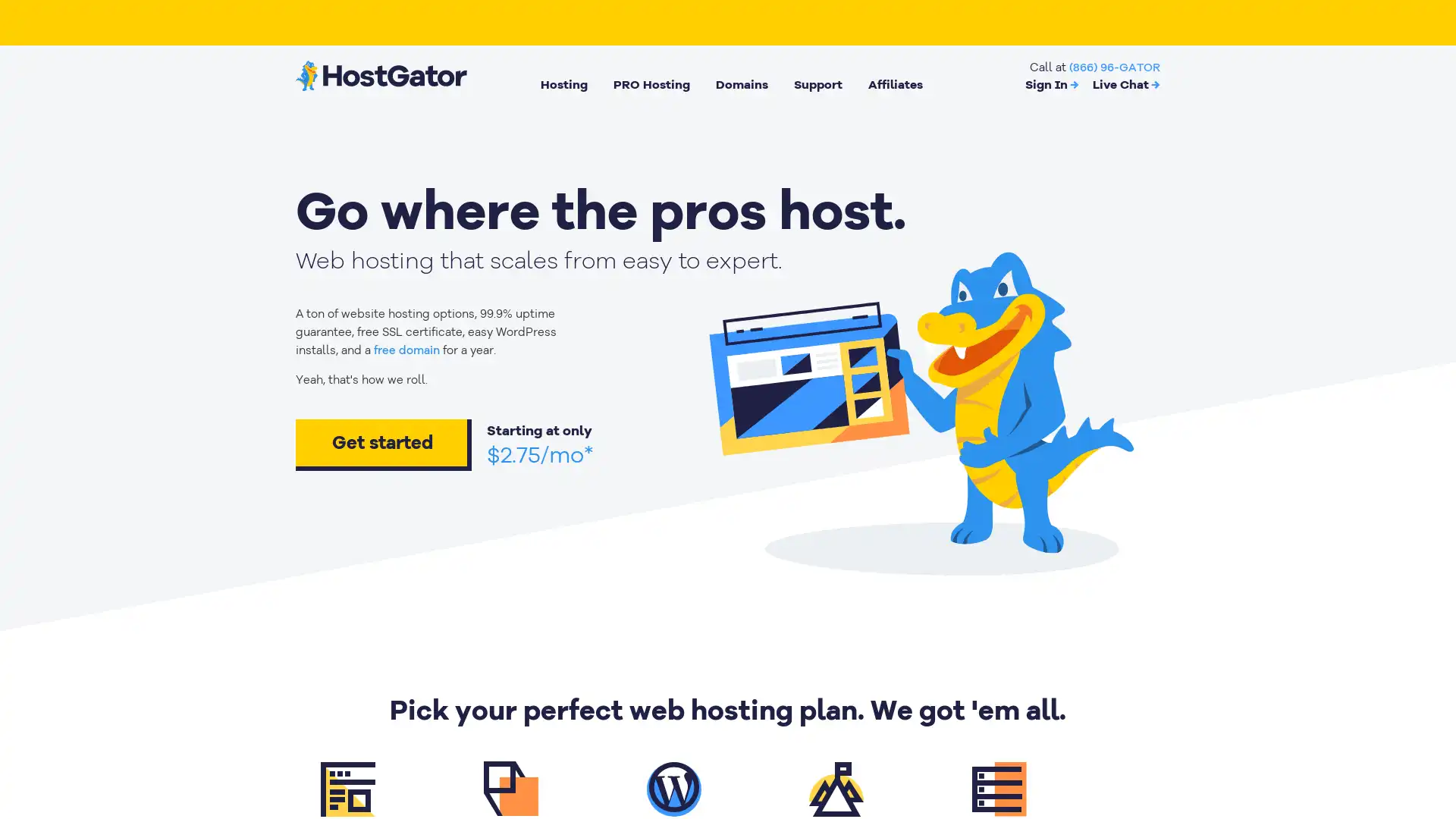 This screenshot has height=819, width=1456. I want to click on free domain, so click(406, 350).